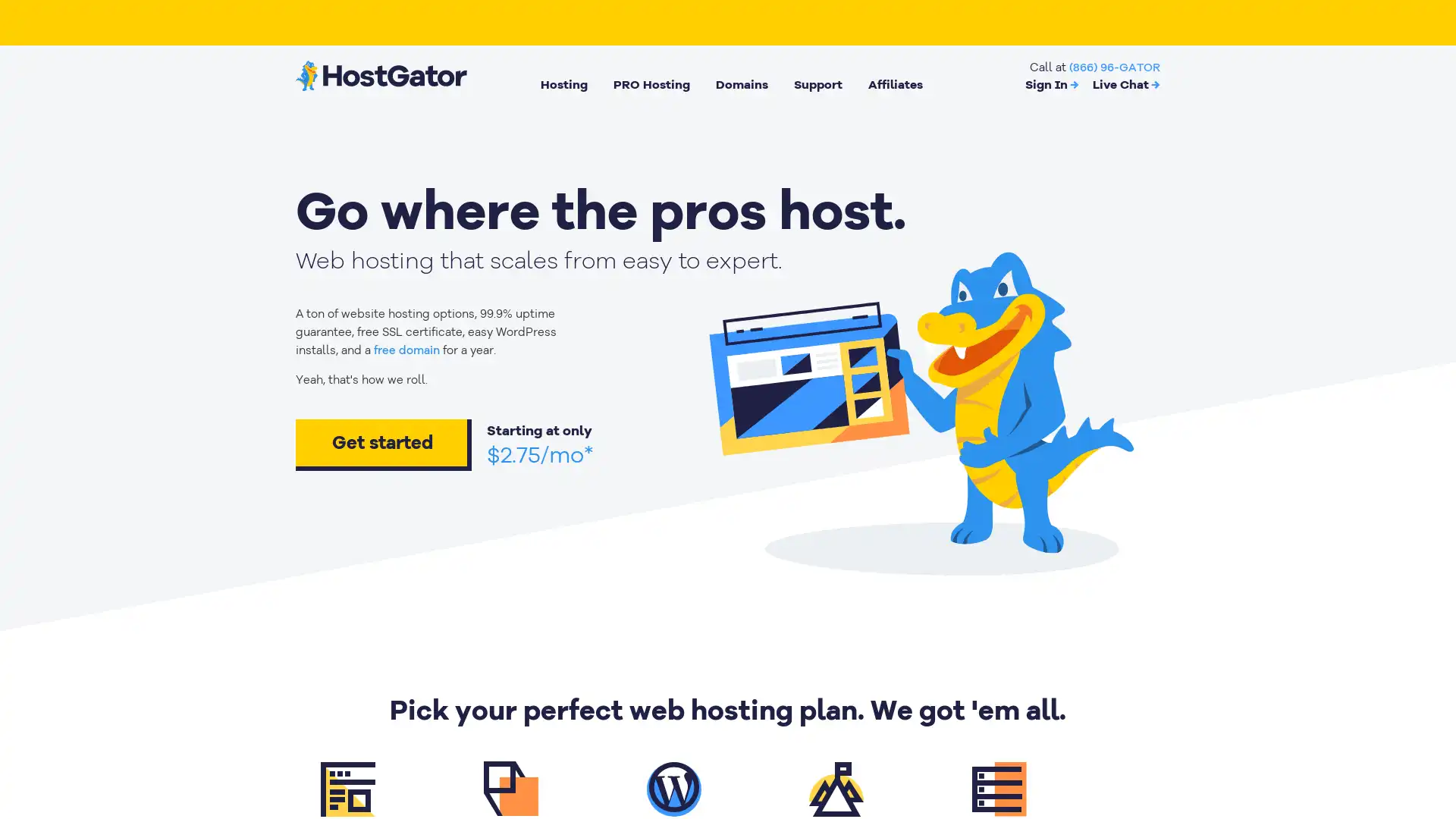 This screenshot has height=819, width=1456. I want to click on free domain, so click(406, 350).